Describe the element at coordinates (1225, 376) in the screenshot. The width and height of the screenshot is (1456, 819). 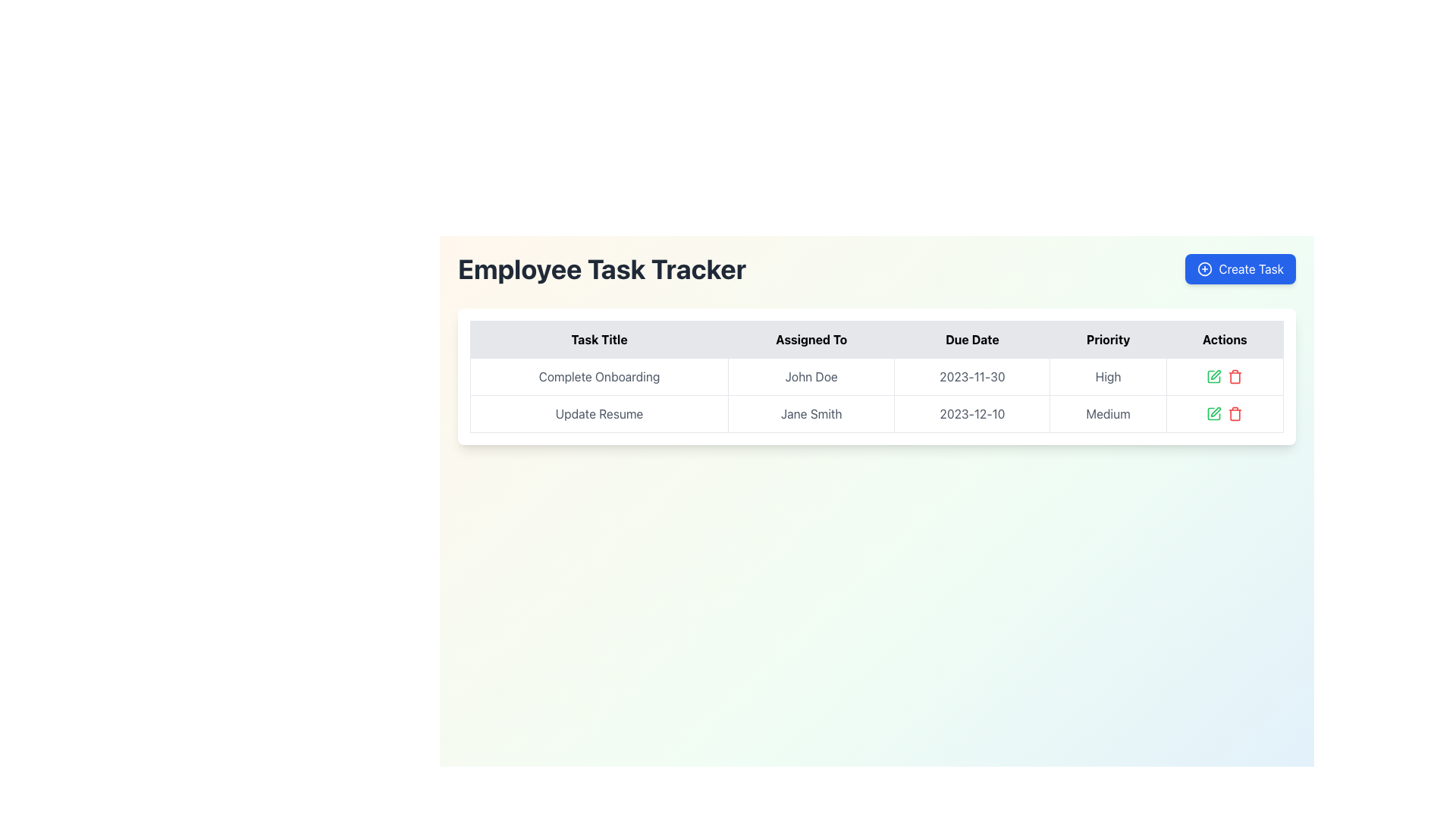
I see `the green edit button with a pencil icon in the Actions column of the Employee Task Tracker table for the task 'Complete Onboarding' assigned to 'John Doe'` at that location.